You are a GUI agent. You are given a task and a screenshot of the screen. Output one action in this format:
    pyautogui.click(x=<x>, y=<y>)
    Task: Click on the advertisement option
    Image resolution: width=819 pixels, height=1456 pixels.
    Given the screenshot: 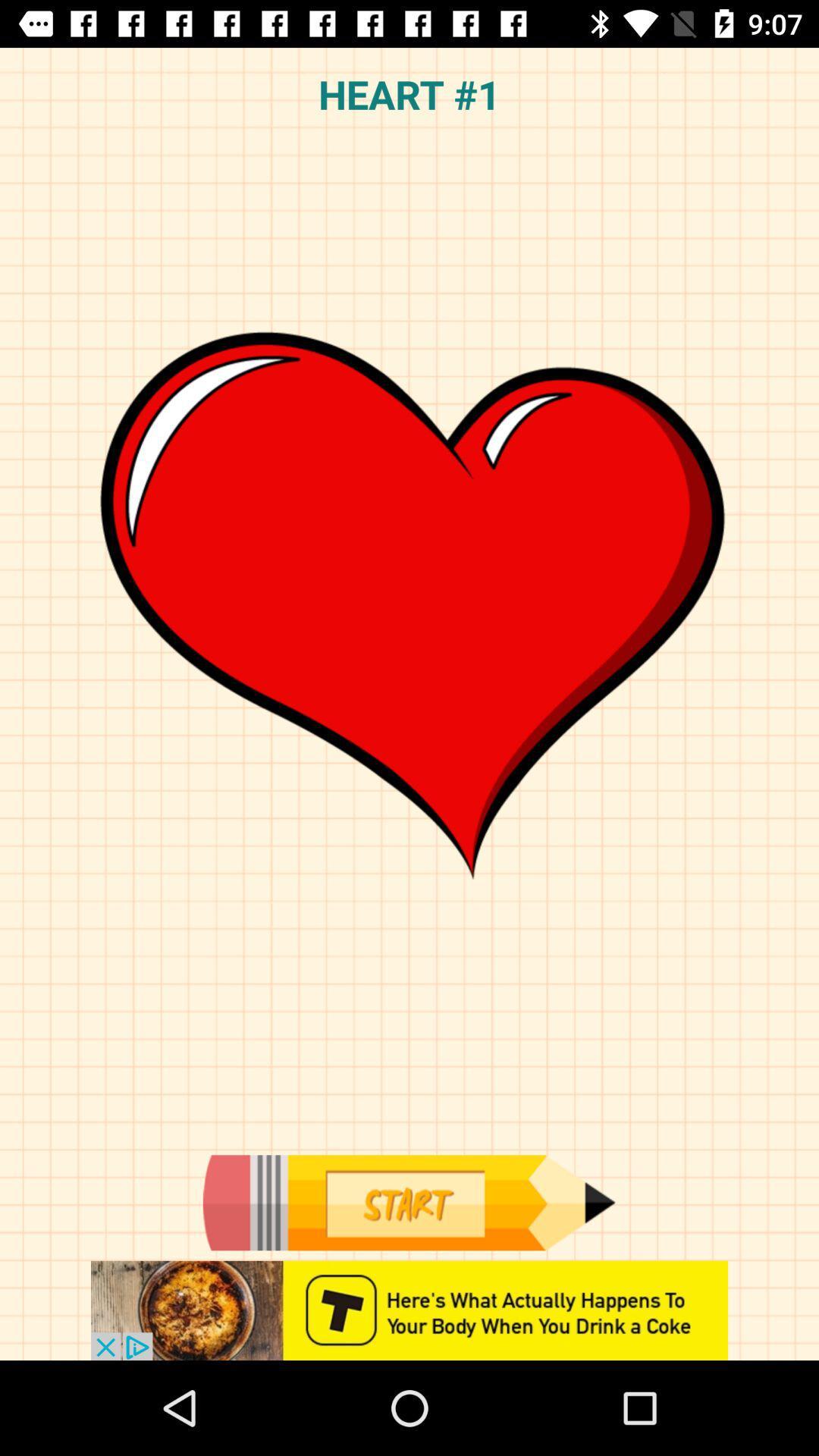 What is the action you would take?
    pyautogui.click(x=409, y=1310)
    